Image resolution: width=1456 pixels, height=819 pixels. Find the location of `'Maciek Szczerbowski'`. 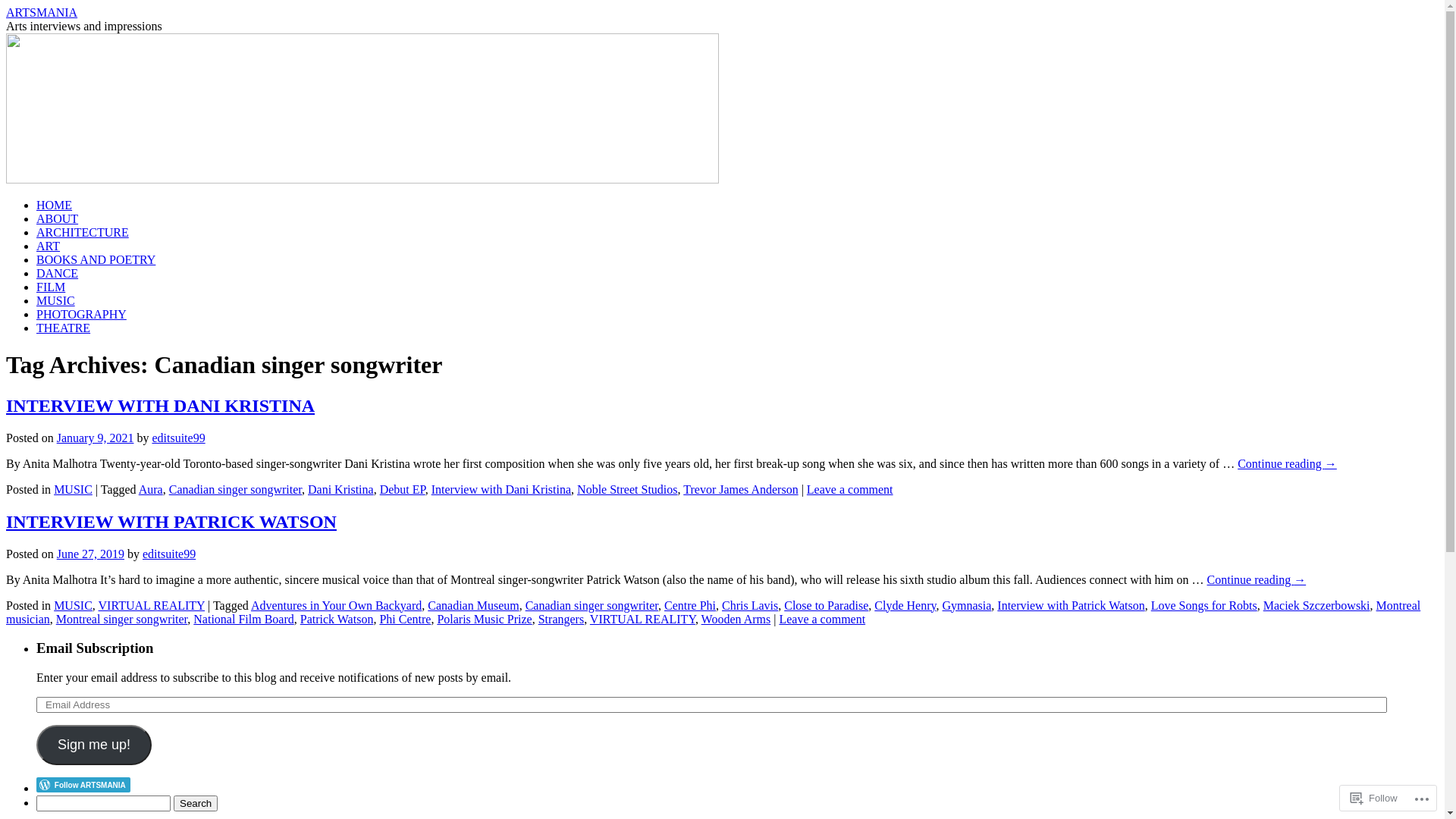

'Maciek Szczerbowski' is located at coordinates (1316, 604).